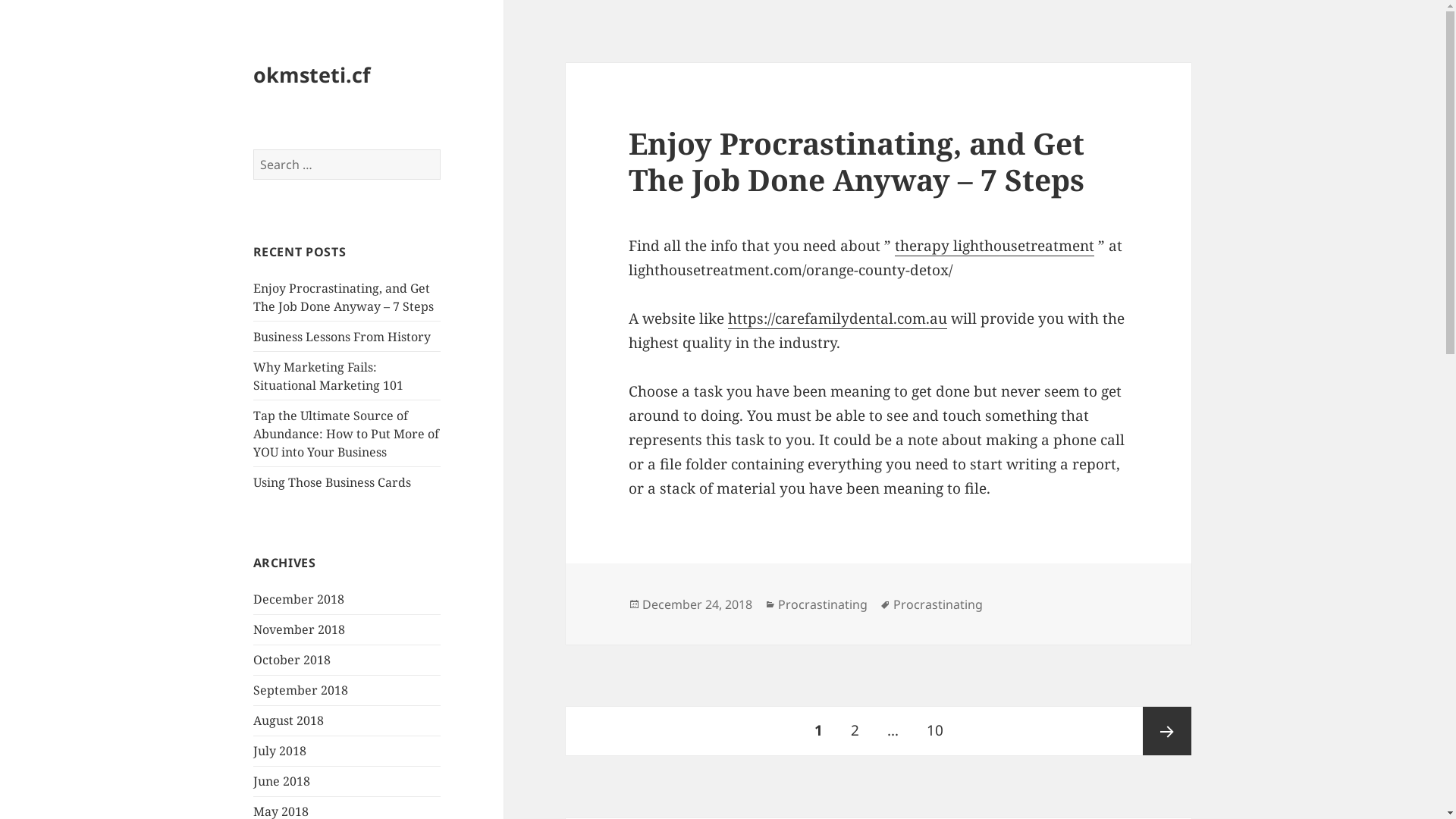  I want to click on 'July 2018', so click(280, 751).